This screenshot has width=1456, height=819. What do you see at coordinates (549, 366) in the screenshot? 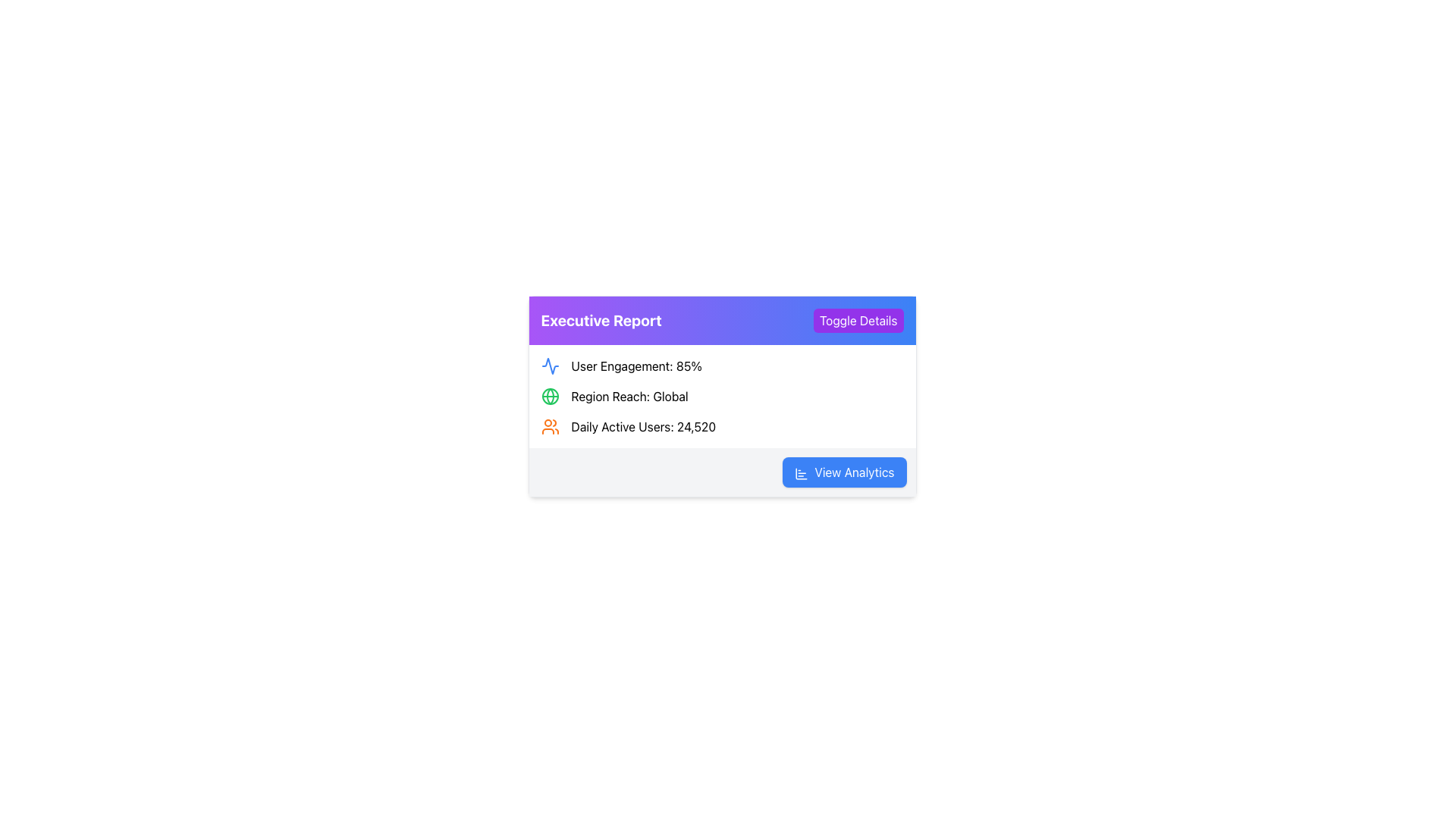
I see `the SVG icon resembling a stylized activity or wave graph located in the top-left area of the content panel under the 'Executive Report' header` at bounding box center [549, 366].